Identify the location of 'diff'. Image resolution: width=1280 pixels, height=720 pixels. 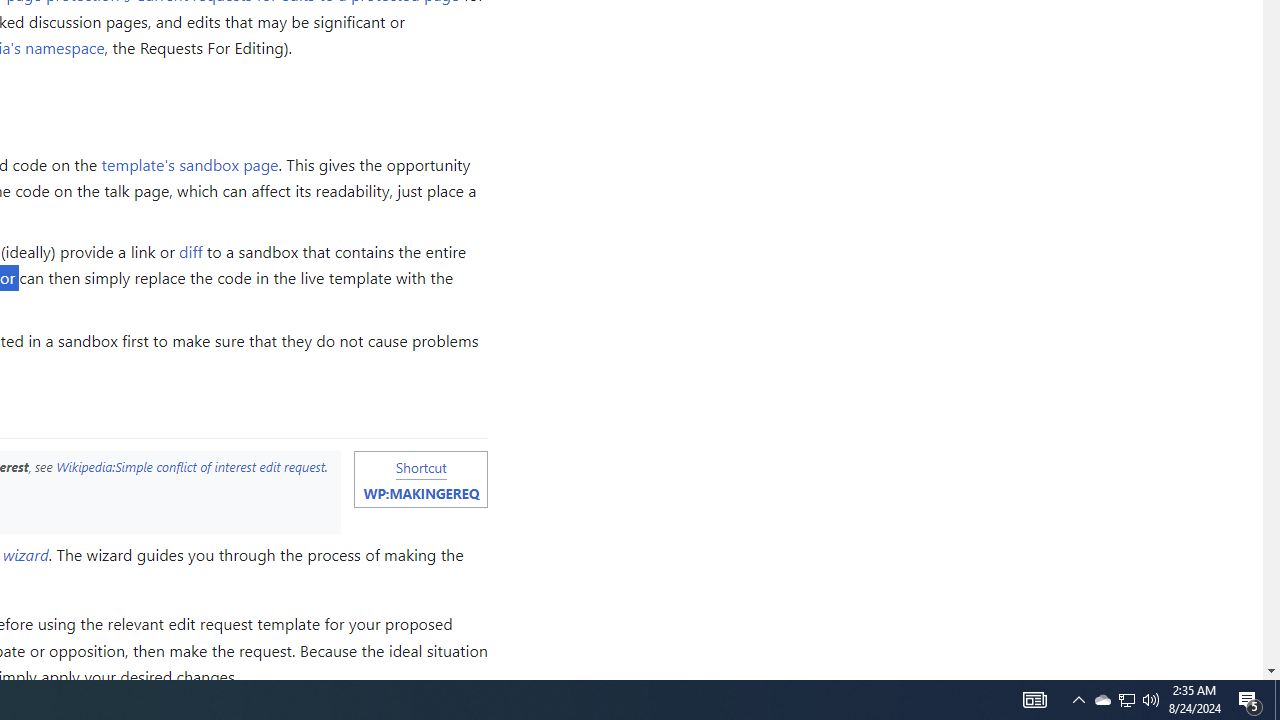
(191, 250).